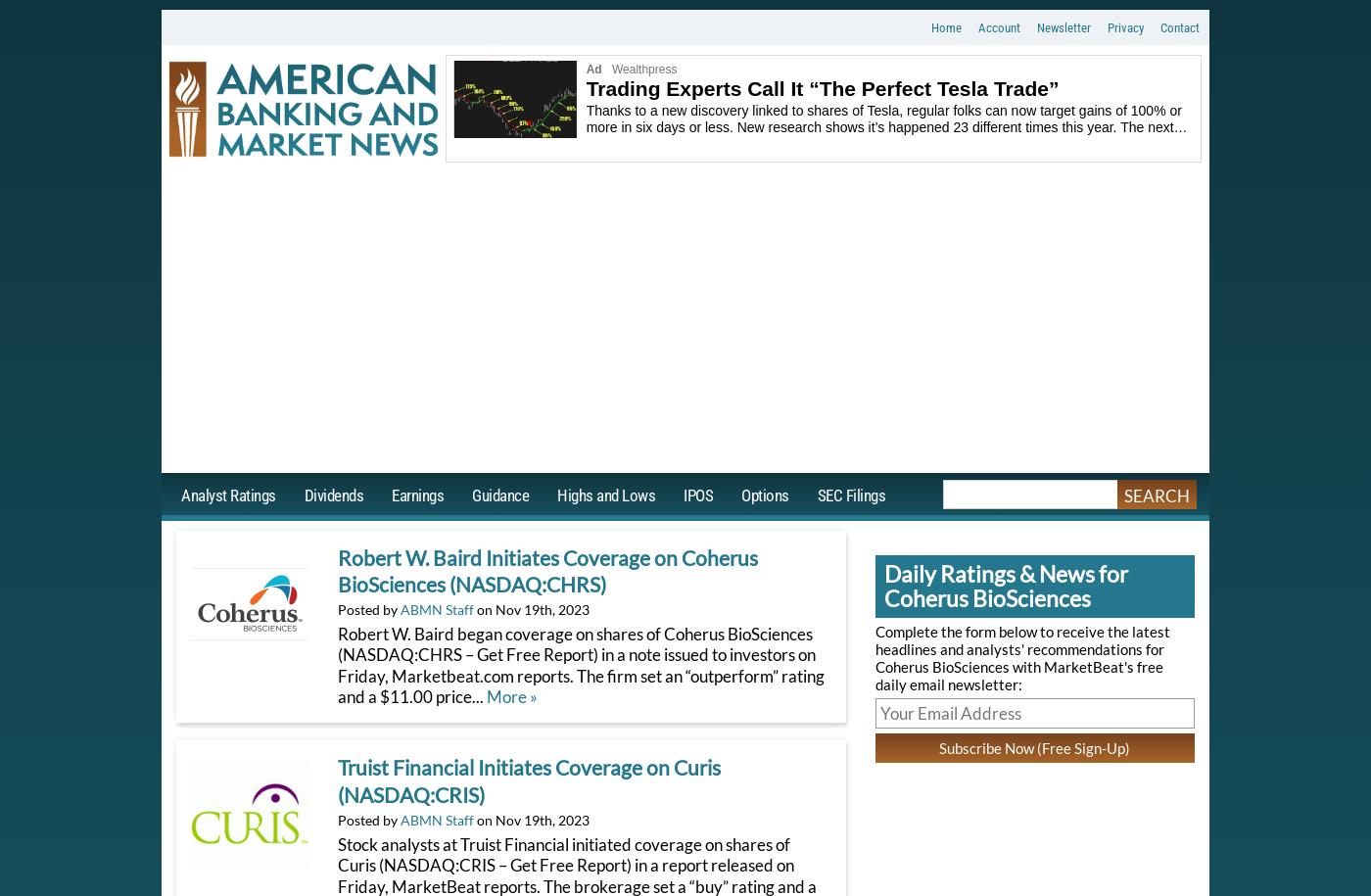 Image resolution: width=1371 pixels, height=896 pixels. Describe the element at coordinates (605, 493) in the screenshot. I see `'Highs and Lows'` at that location.